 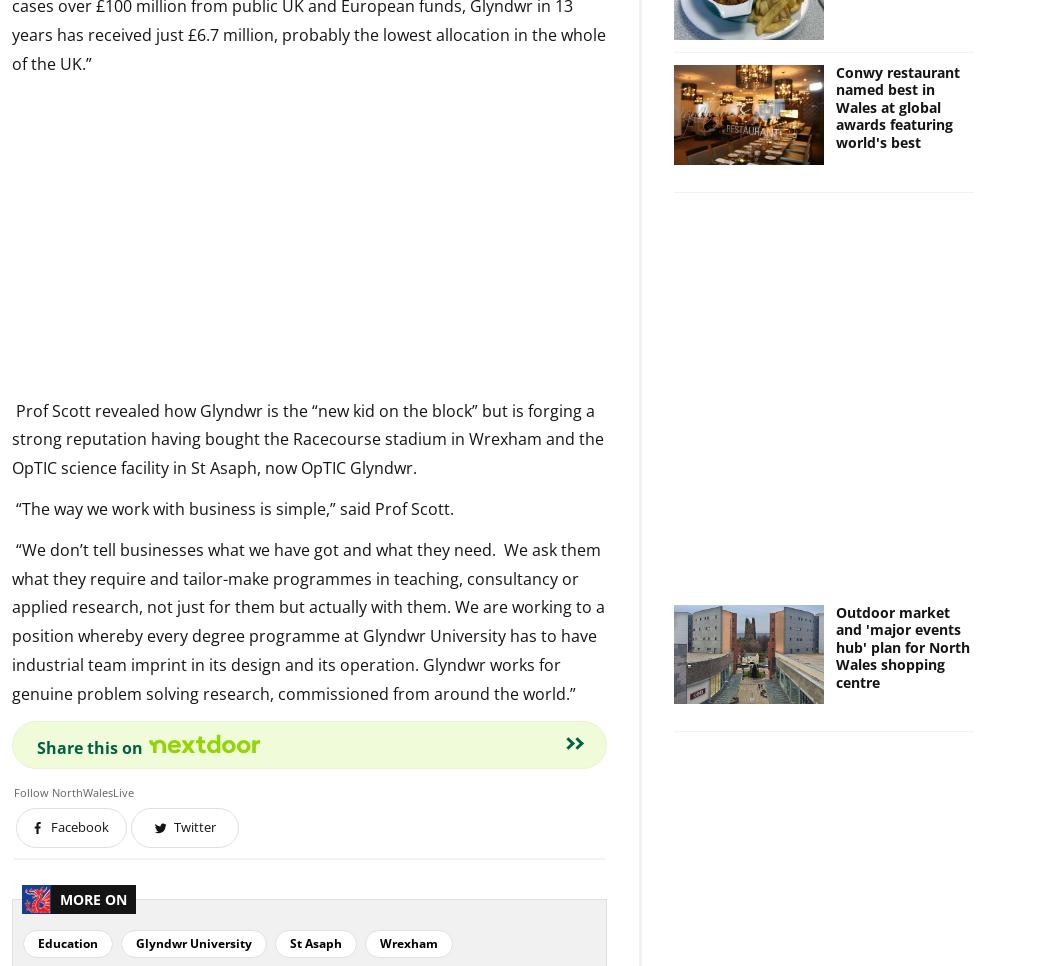 I want to click on 'Prof Scott revealed how Glyndwr is the “new kid on the block” but is forging a strong reputation having bought the Racecourse stadium in Wrexham and the OpTIC science facility in St Asaph, now OpTIC Glyndwr.', so click(x=307, y=438).